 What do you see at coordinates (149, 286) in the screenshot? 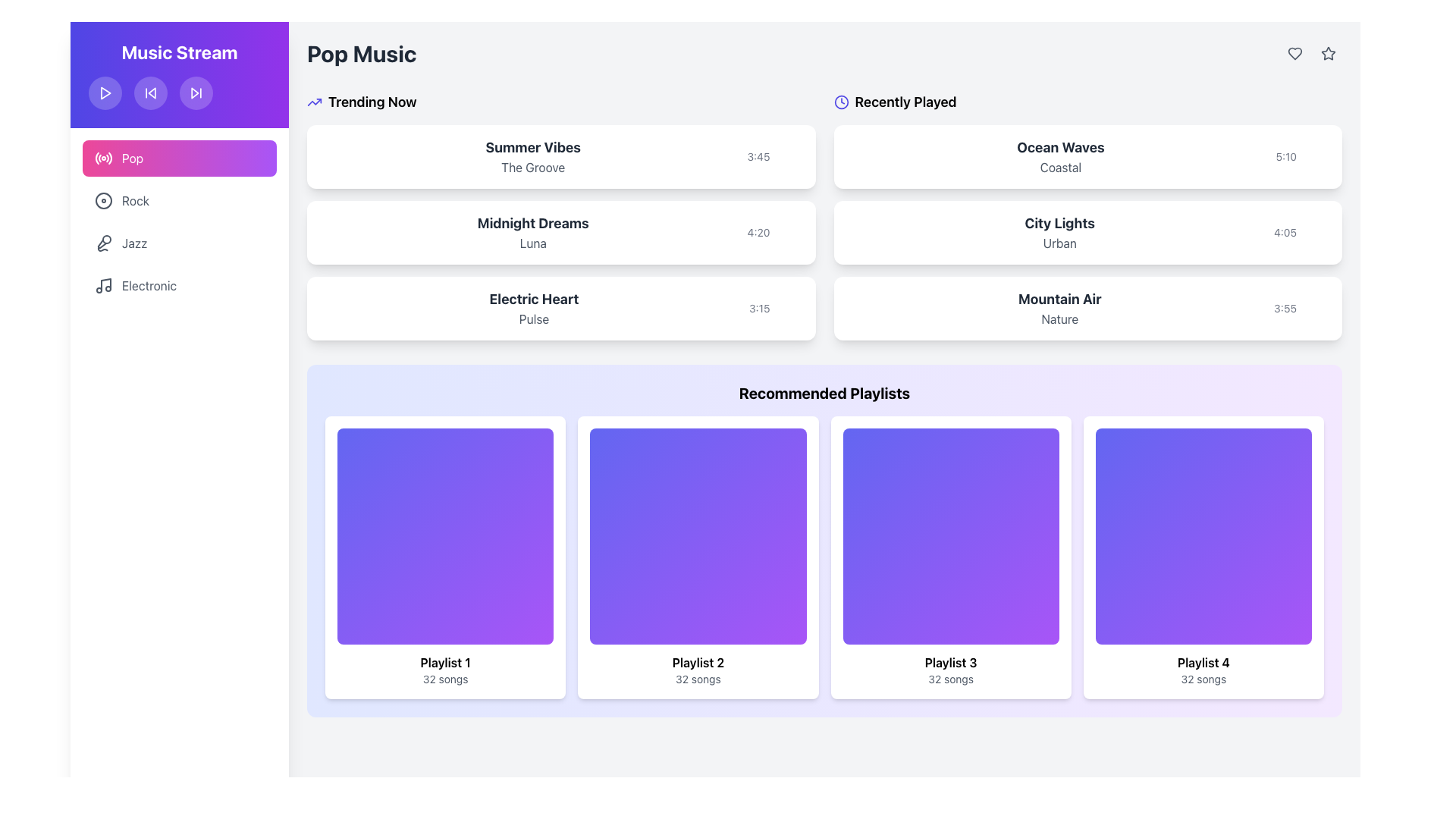
I see `the 'Electronic' music category text label in the sidebar navigation menu` at bounding box center [149, 286].